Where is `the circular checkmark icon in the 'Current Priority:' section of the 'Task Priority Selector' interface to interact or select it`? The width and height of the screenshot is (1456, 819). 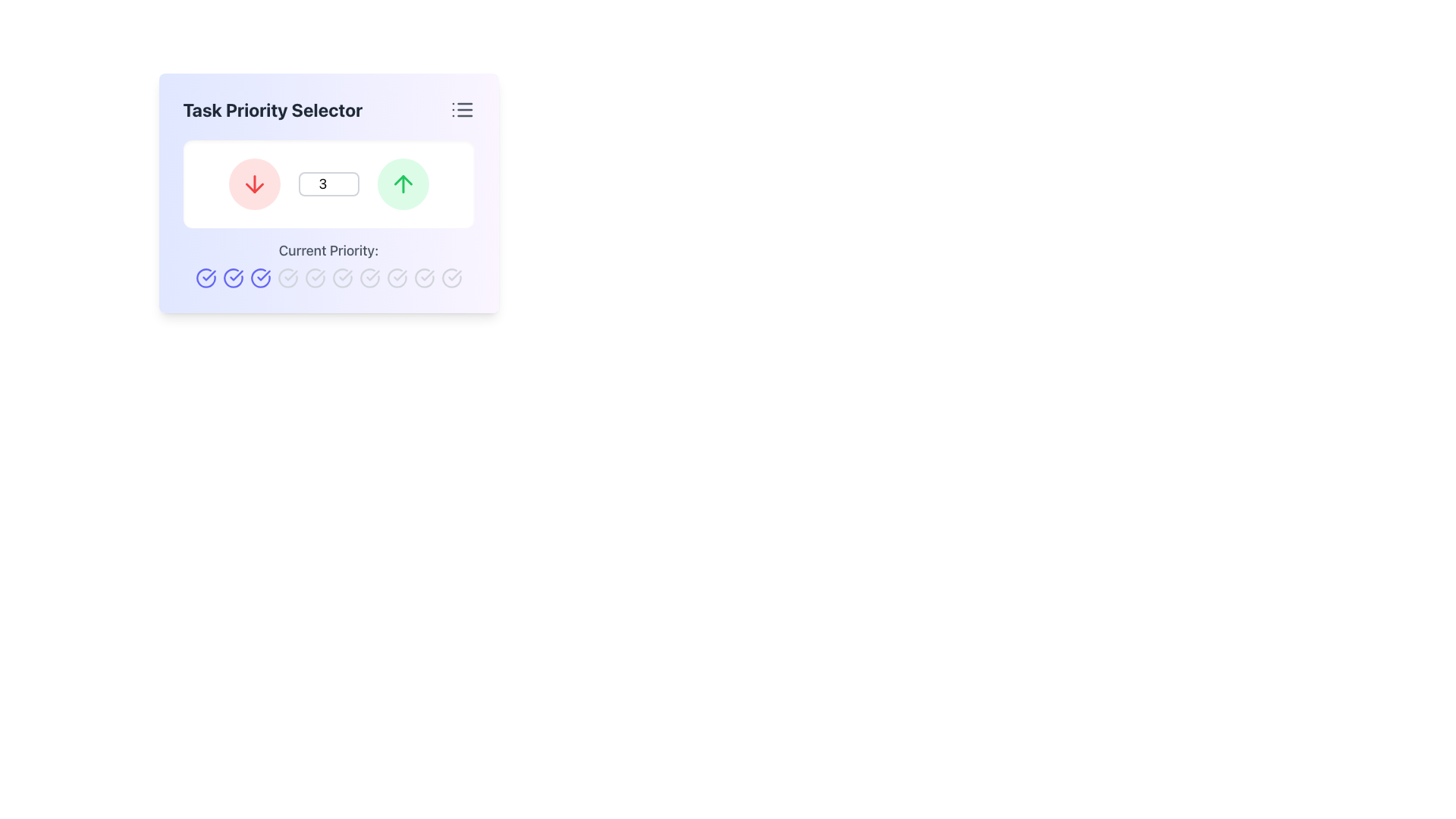
the circular checkmark icon in the 'Current Priority:' section of the 'Task Priority Selector' interface to interact or select it is located at coordinates (369, 278).